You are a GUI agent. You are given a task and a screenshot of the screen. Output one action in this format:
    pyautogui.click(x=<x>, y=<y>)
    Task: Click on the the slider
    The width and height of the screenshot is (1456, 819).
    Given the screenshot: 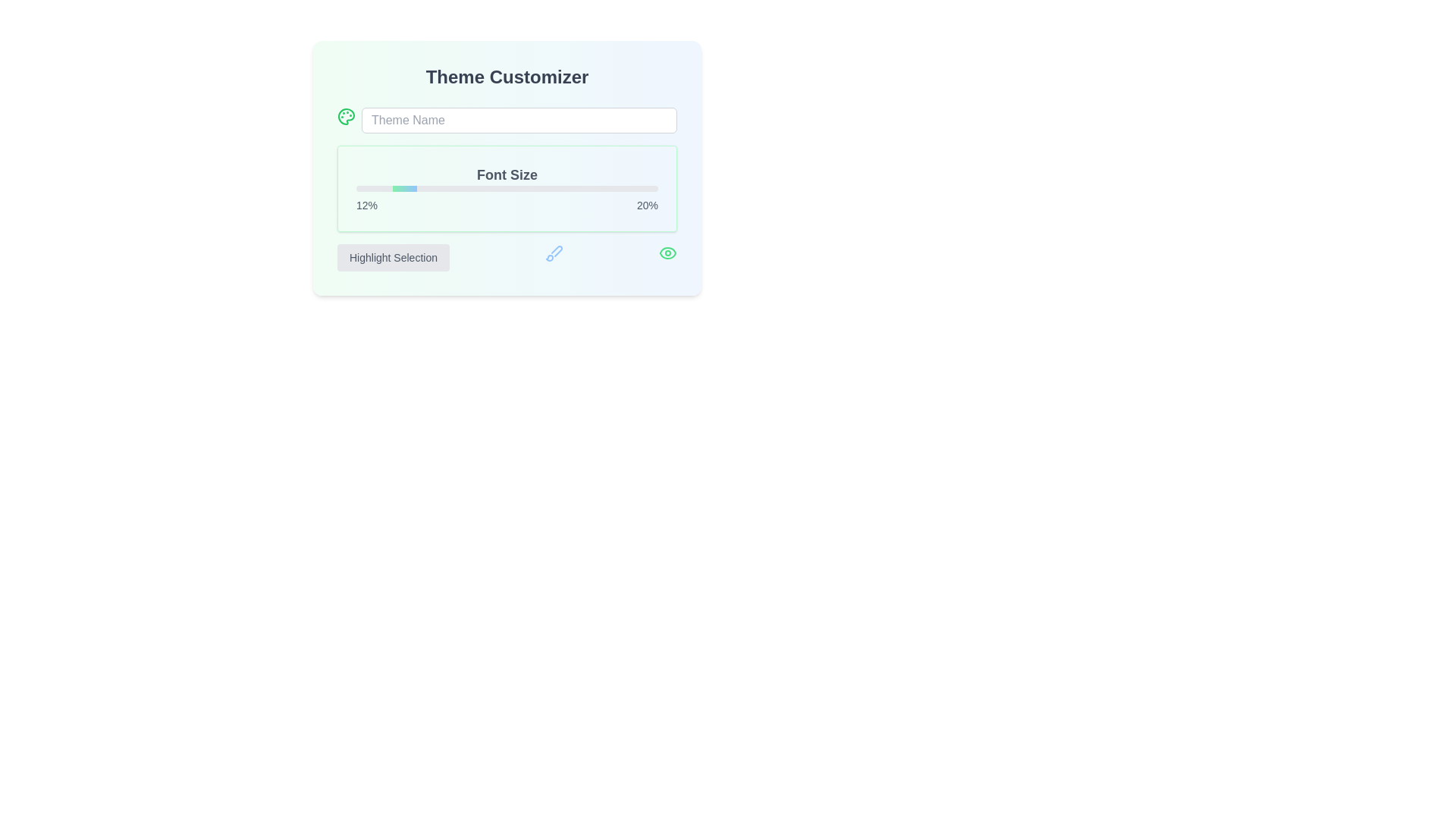 What is the action you would take?
    pyautogui.click(x=431, y=188)
    